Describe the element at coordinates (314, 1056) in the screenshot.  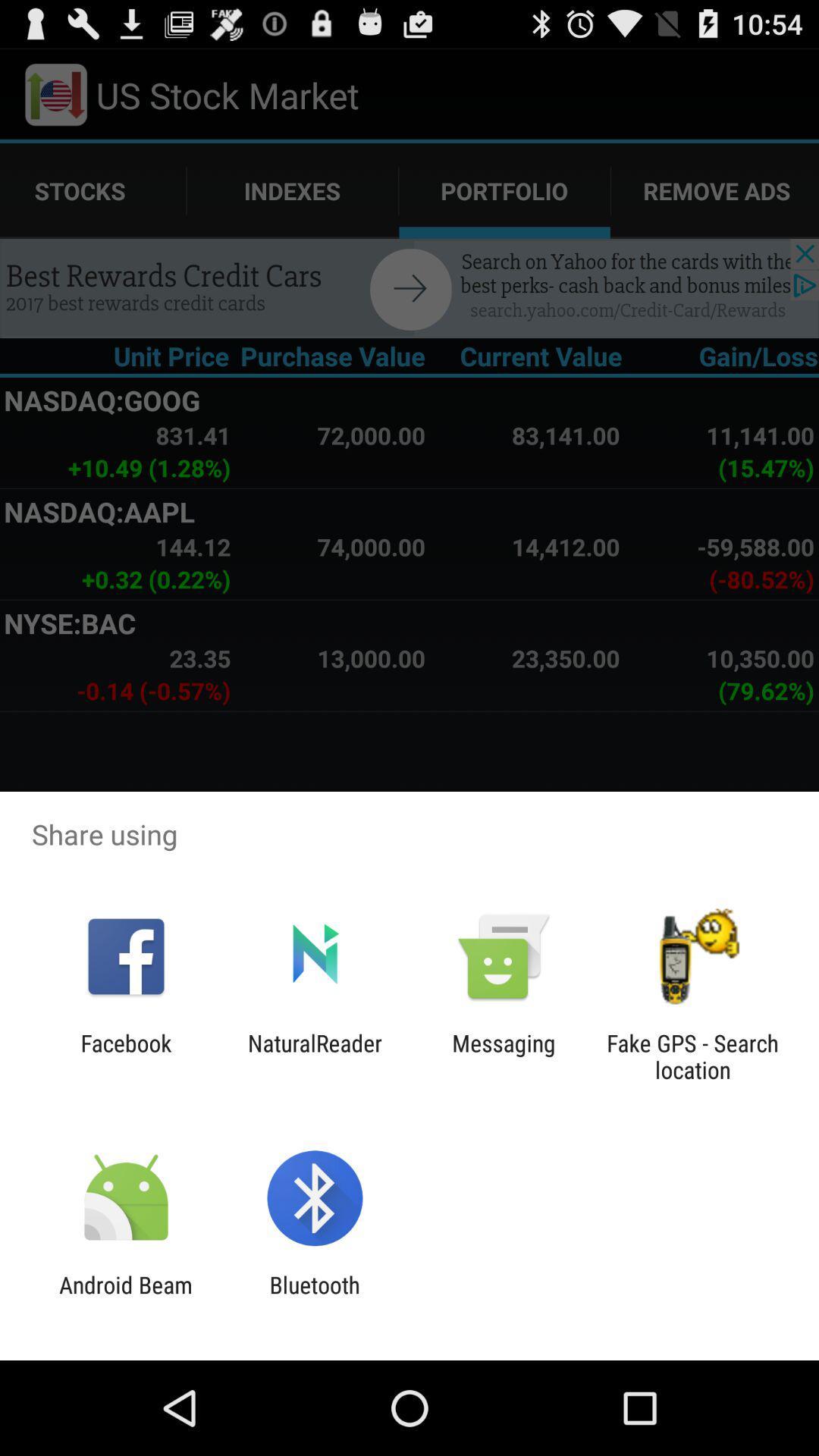
I see `icon next to the messaging icon` at that location.